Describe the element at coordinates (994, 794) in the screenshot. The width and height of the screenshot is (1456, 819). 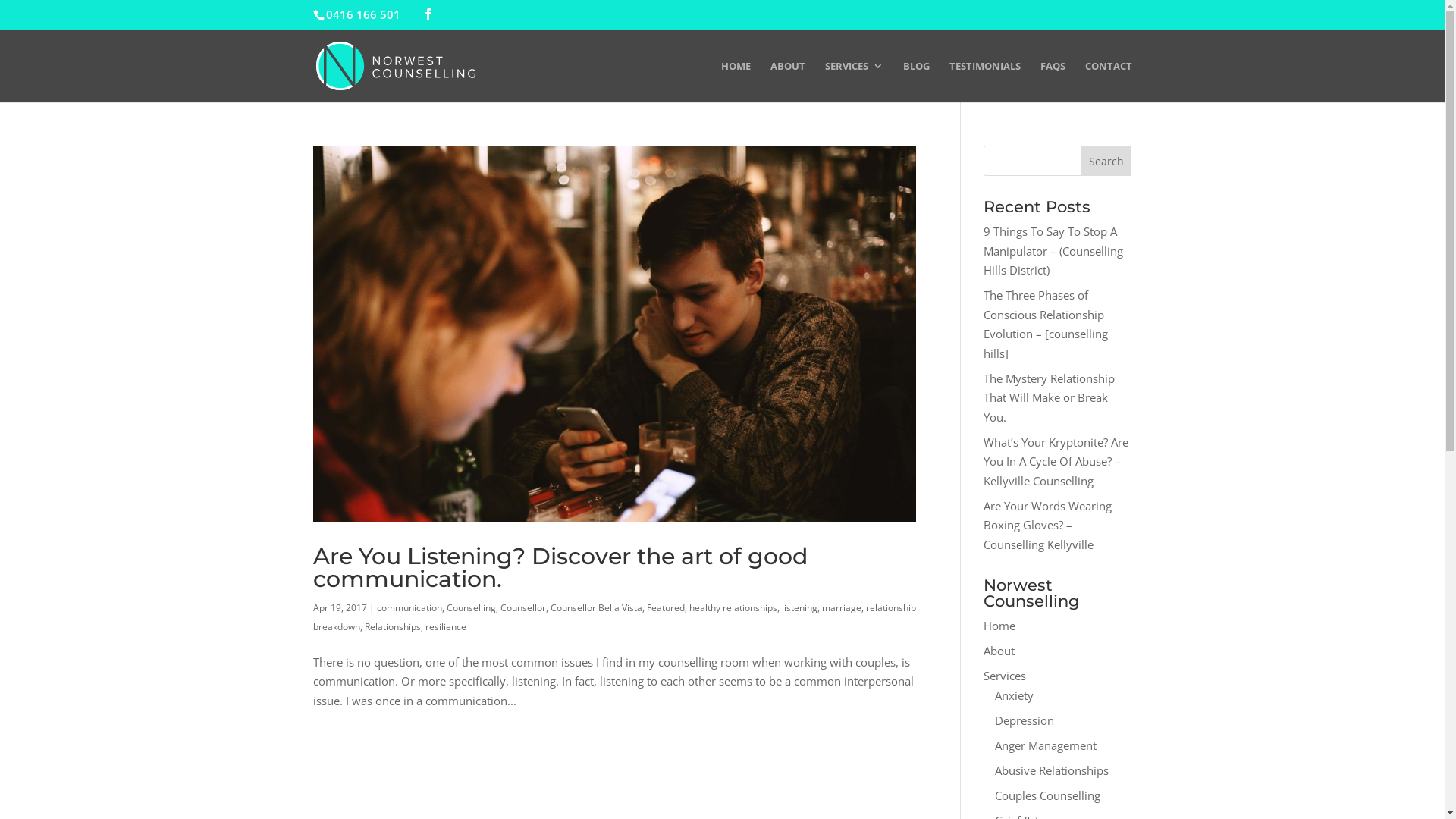
I see `'Couples Counselling'` at that location.